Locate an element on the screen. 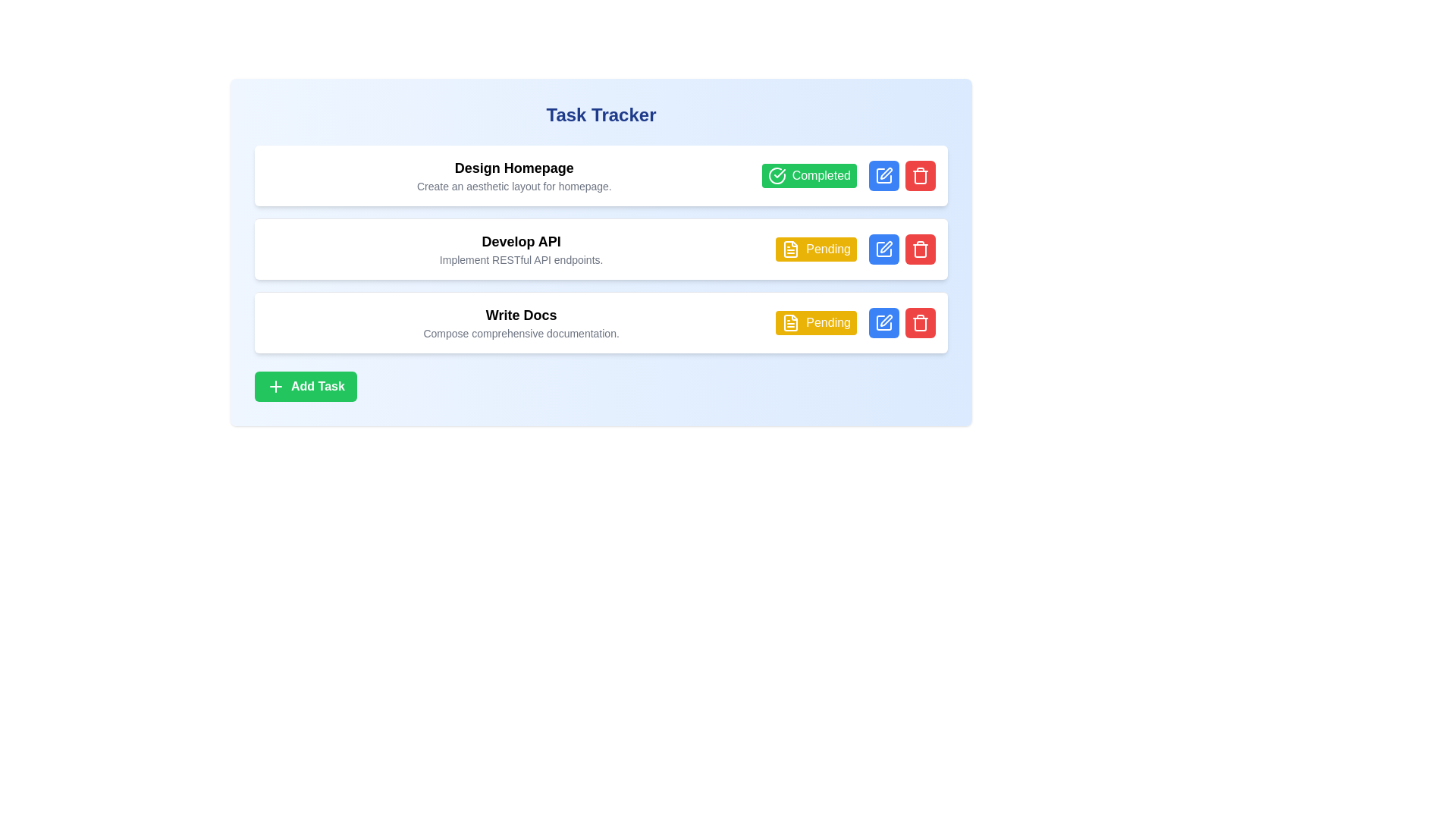  the medium-sized rectangular button with a blue background and a white pen icon, located in the middle-right section of the second task in the task tracker interface is located at coordinates (884, 248).